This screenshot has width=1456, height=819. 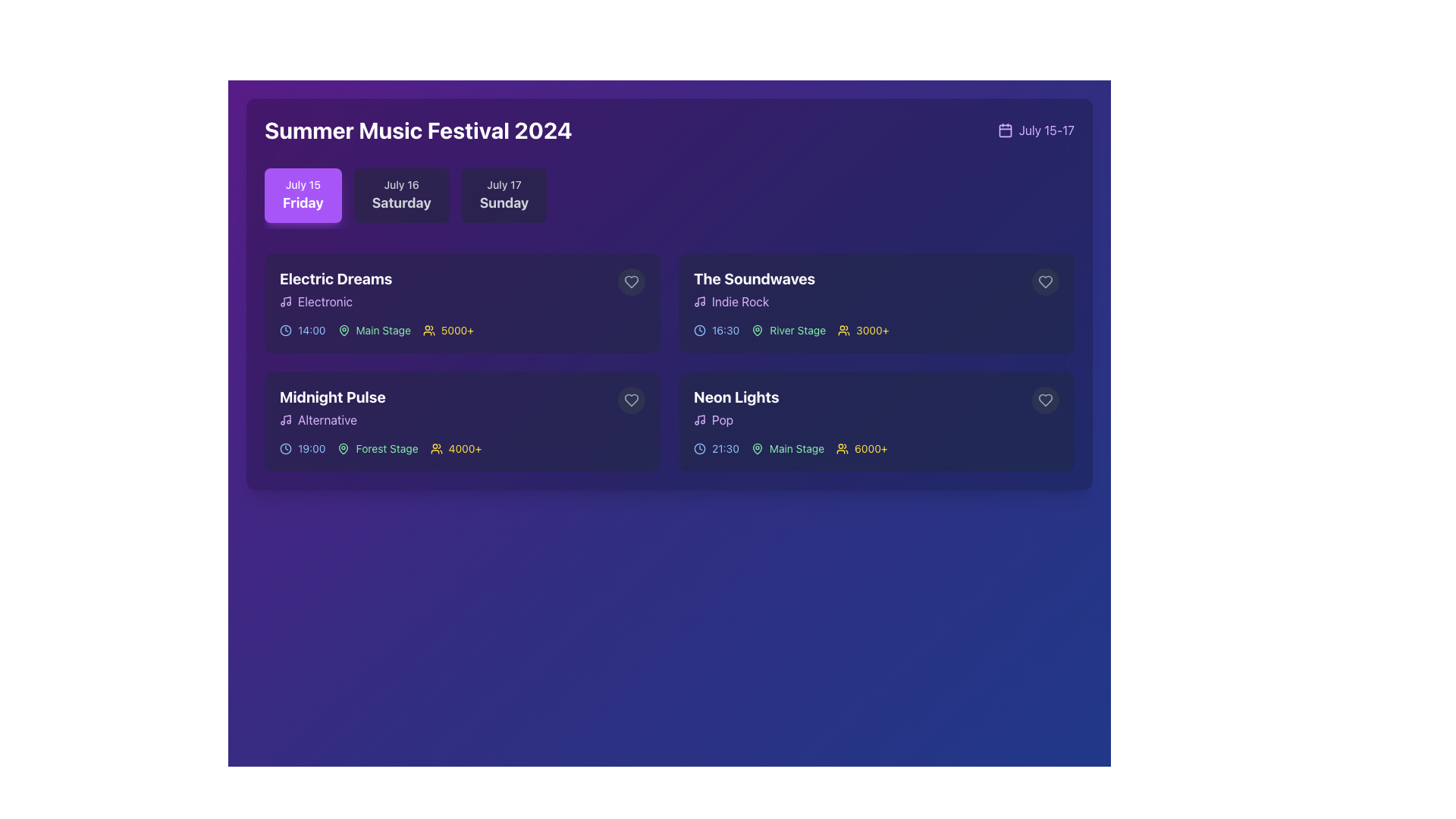 I want to click on the circular graphic element representing the outline of the clock's face located in the top-right corner of the 'Neon Lights' performance card, so click(x=698, y=447).